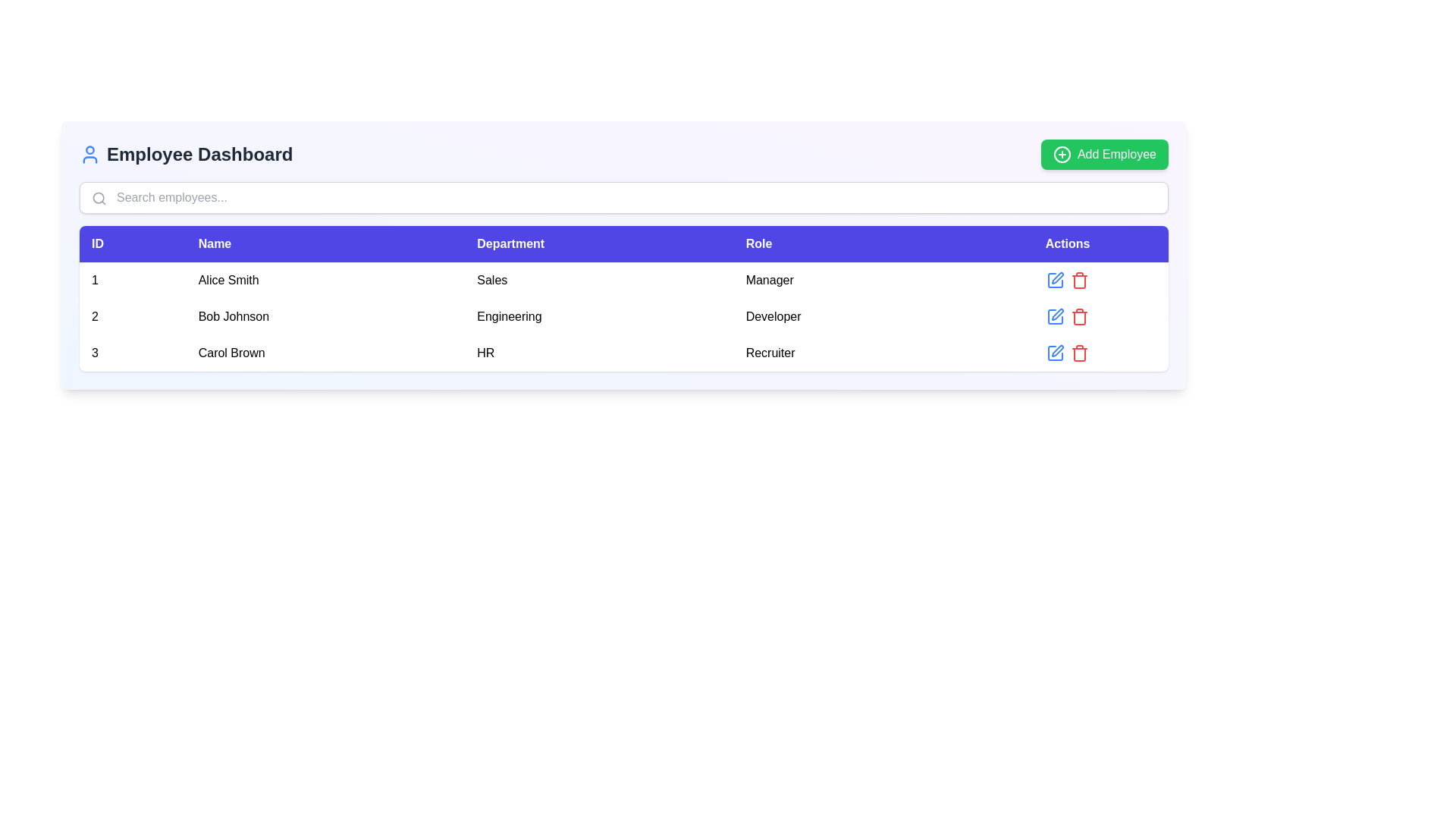  What do you see at coordinates (598, 353) in the screenshot?
I see `the Text label indicating the department affiliation of an individual in the third row of the table under the 'Department' column for accessibility` at bounding box center [598, 353].